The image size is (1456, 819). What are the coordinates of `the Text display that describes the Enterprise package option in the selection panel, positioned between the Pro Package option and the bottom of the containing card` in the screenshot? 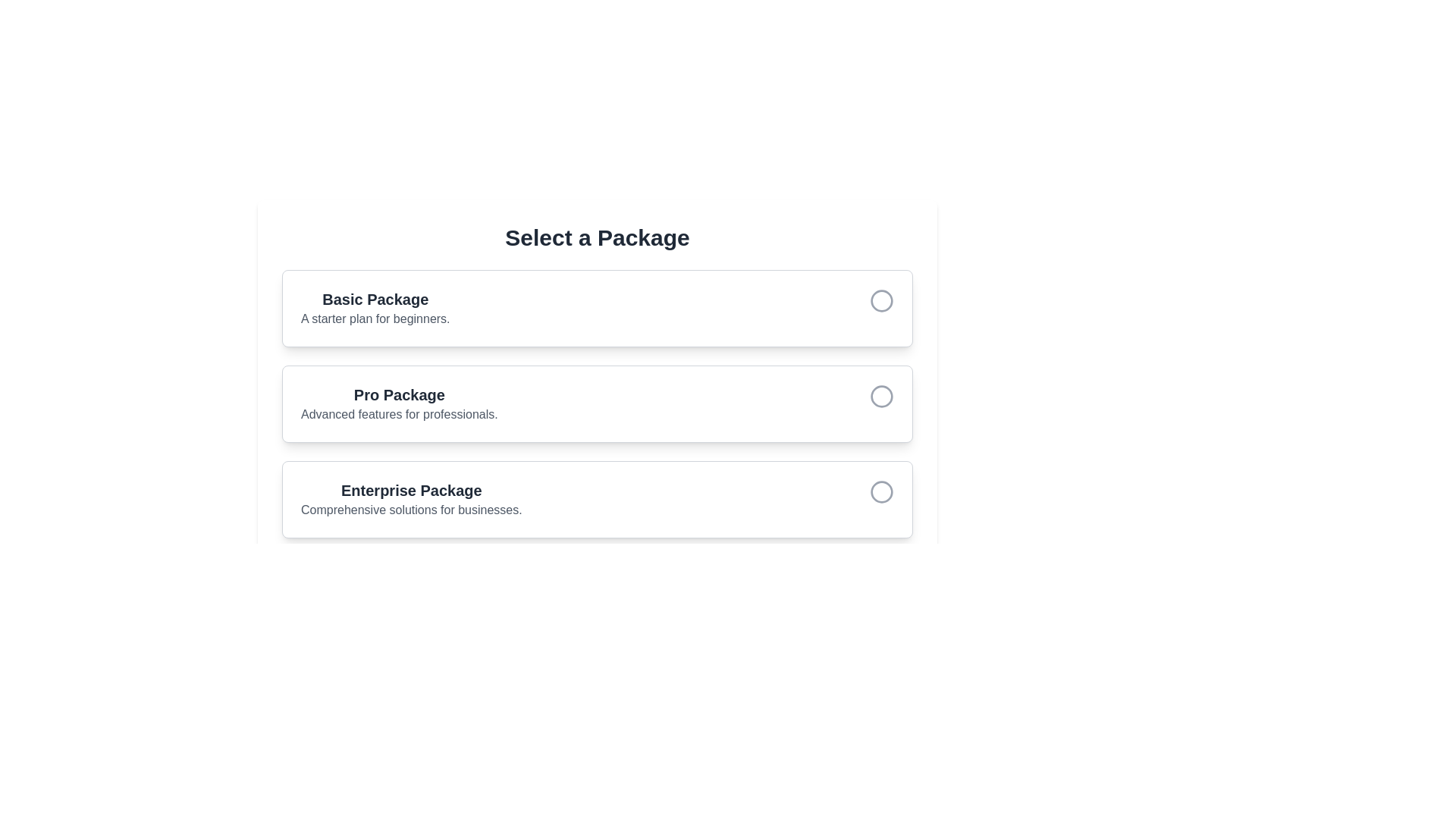 It's located at (411, 500).